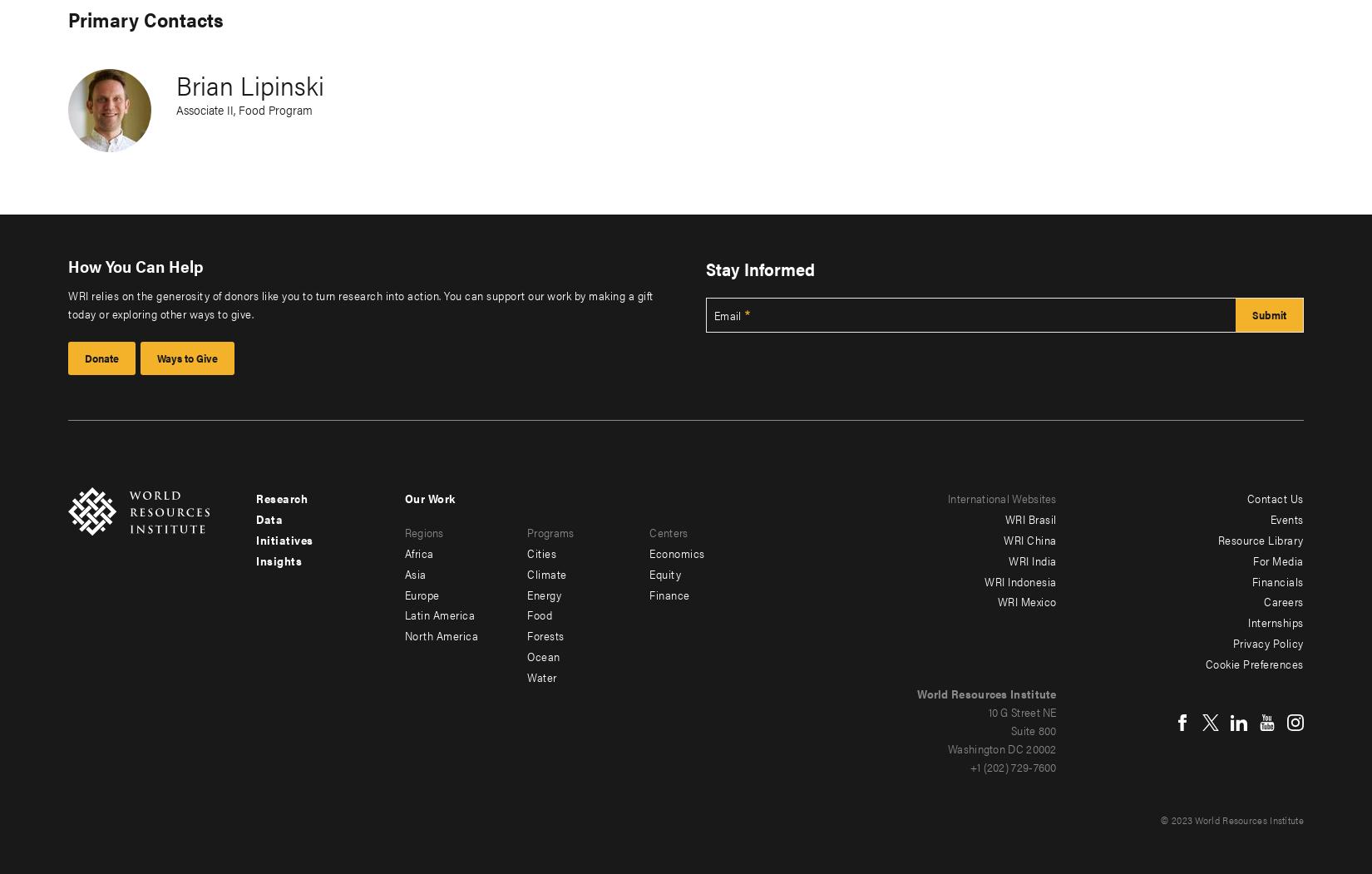 The image size is (1372, 874). What do you see at coordinates (421, 593) in the screenshot?
I see `'Europe'` at bounding box center [421, 593].